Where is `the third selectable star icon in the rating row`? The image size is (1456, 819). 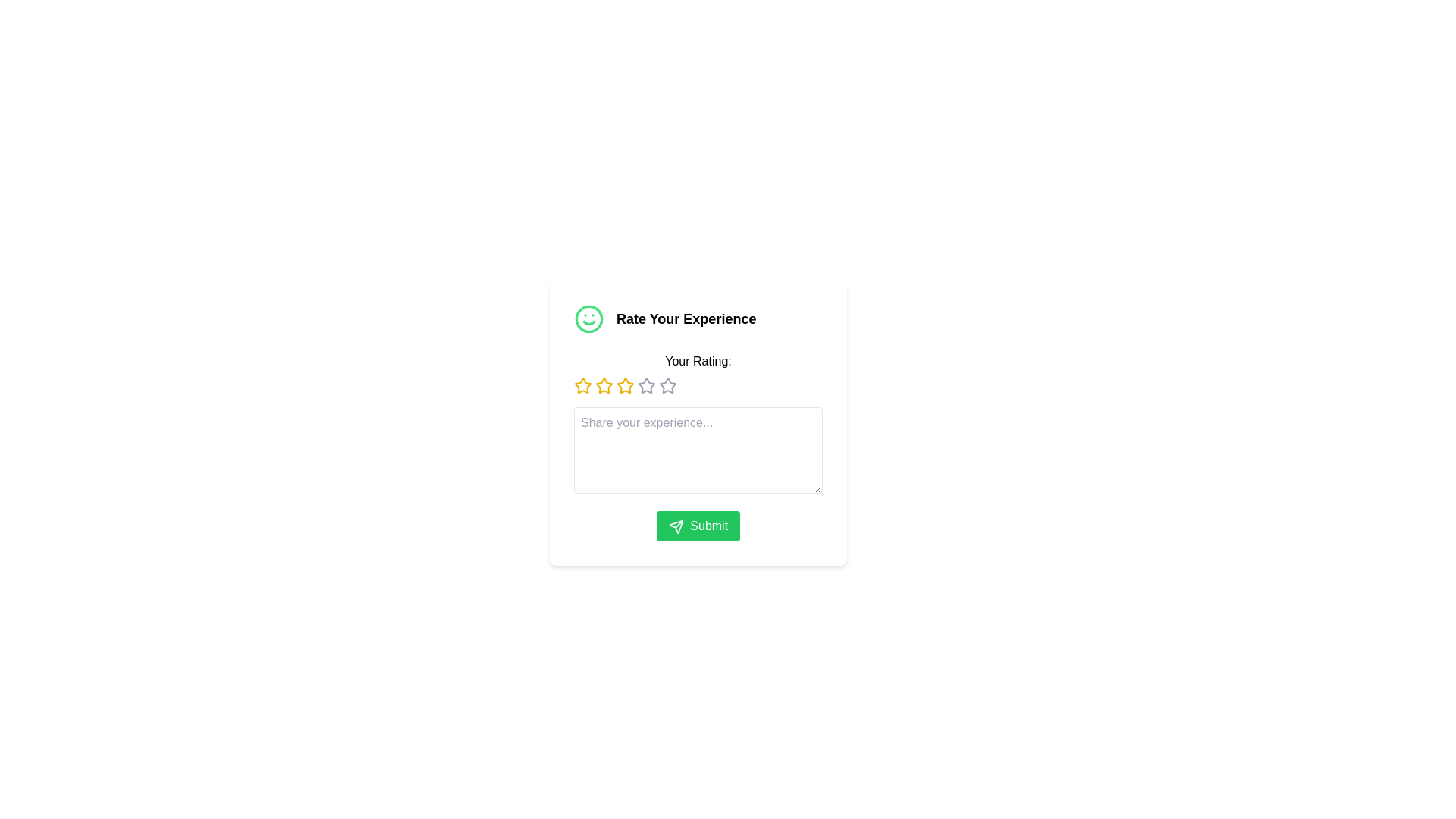 the third selectable star icon in the rating row is located at coordinates (603, 385).